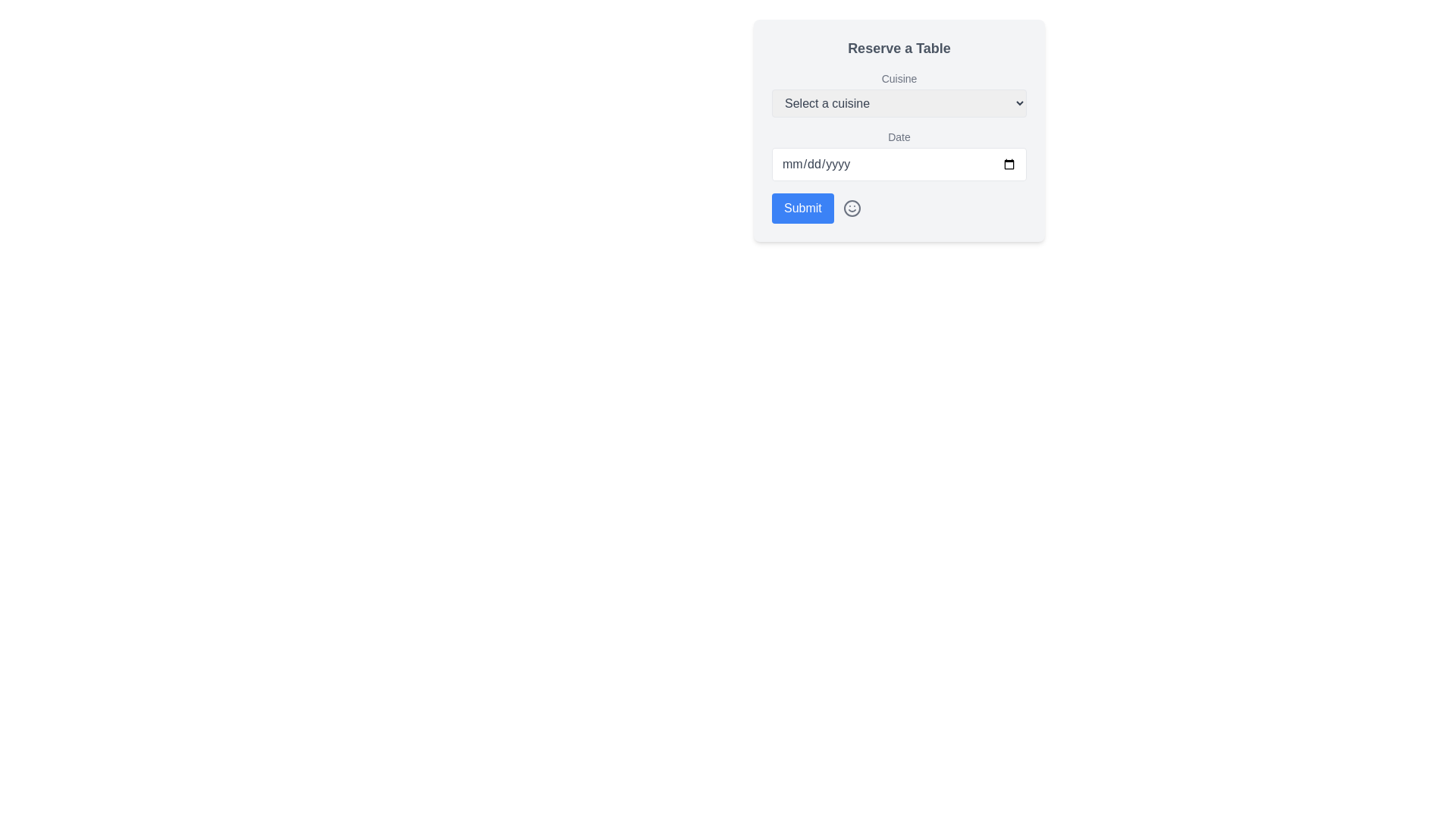 This screenshot has width=1456, height=819. What do you see at coordinates (899, 94) in the screenshot?
I see `the dropdown arrow in the 'Cuisine' section` at bounding box center [899, 94].